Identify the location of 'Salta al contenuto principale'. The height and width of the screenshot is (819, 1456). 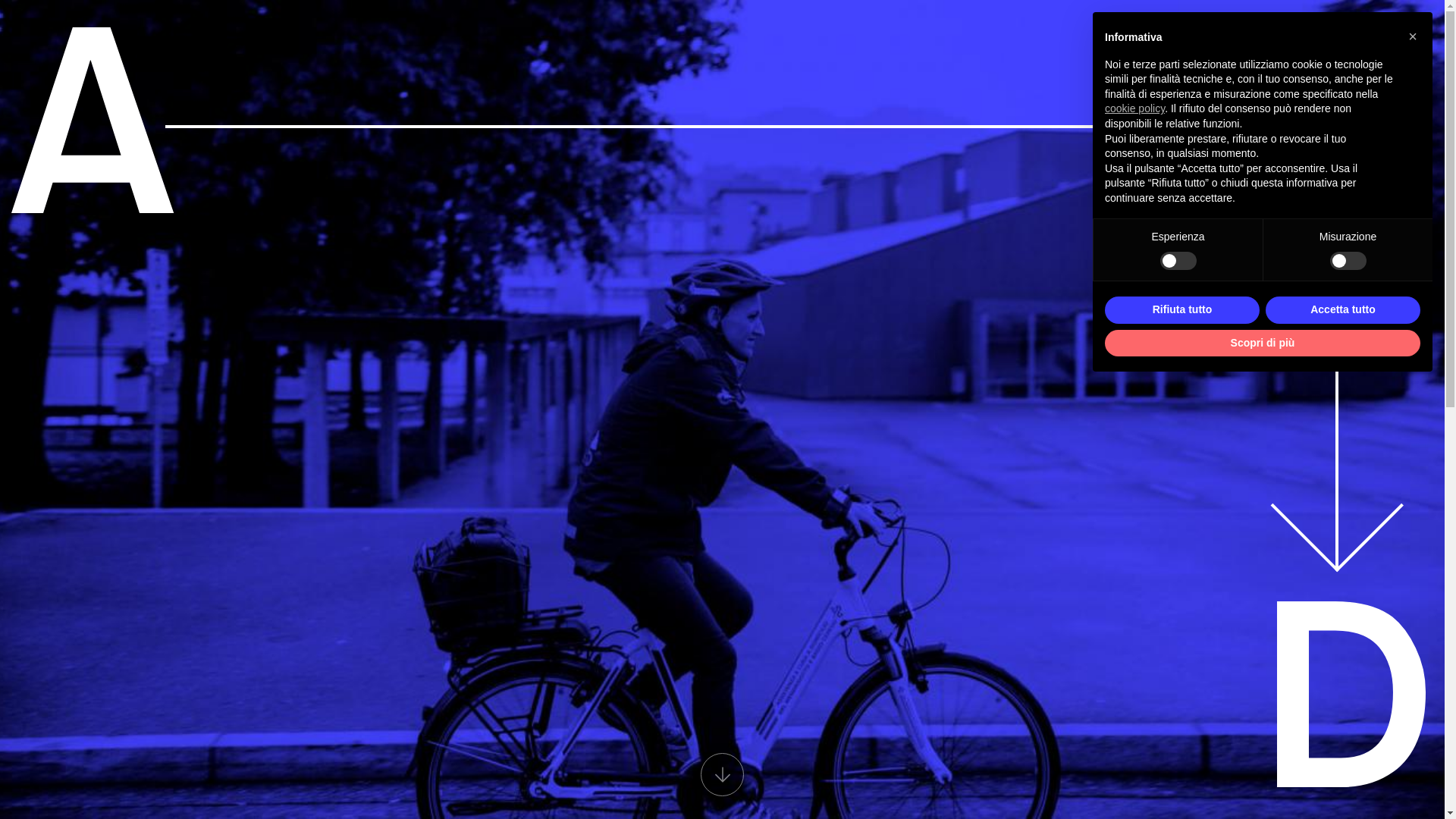
(0, 0).